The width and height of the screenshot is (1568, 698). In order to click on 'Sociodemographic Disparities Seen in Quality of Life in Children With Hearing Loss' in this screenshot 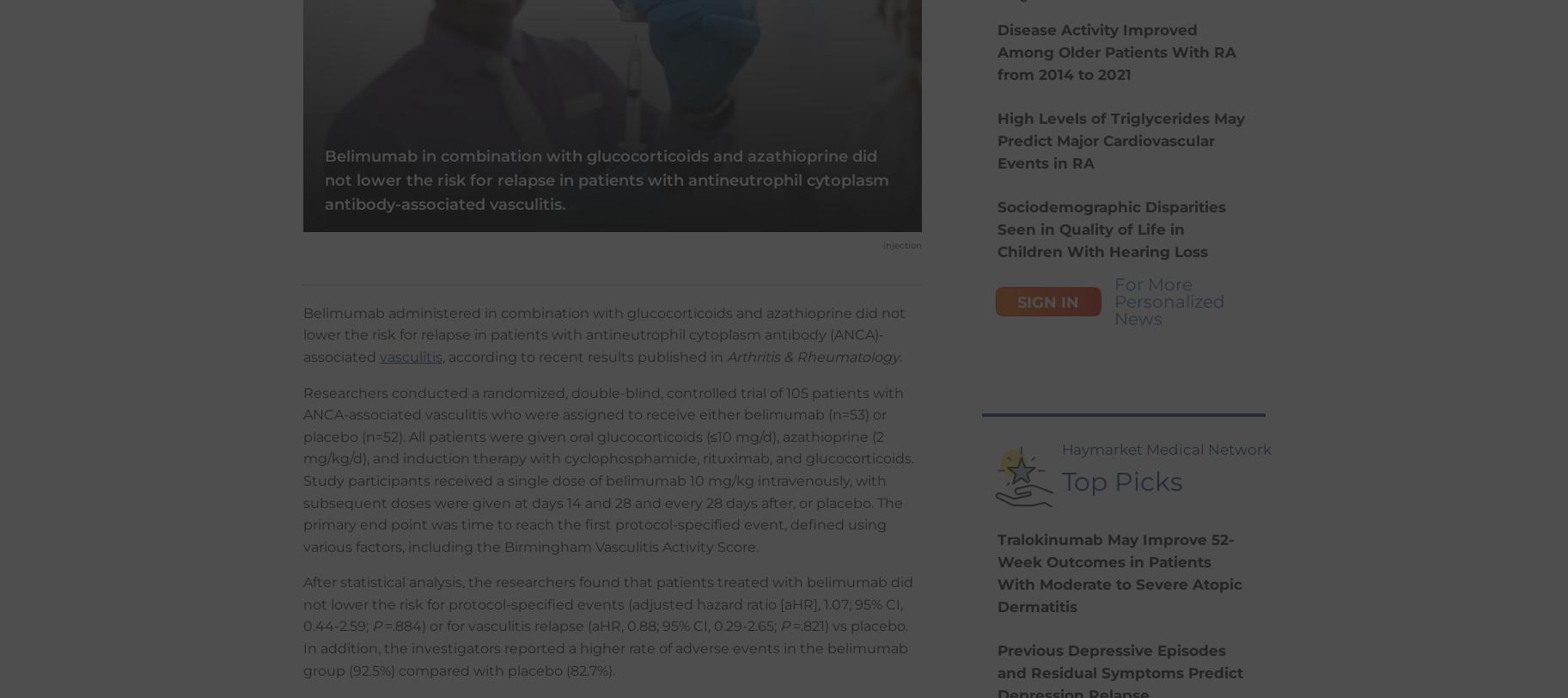, I will do `click(995, 229)`.